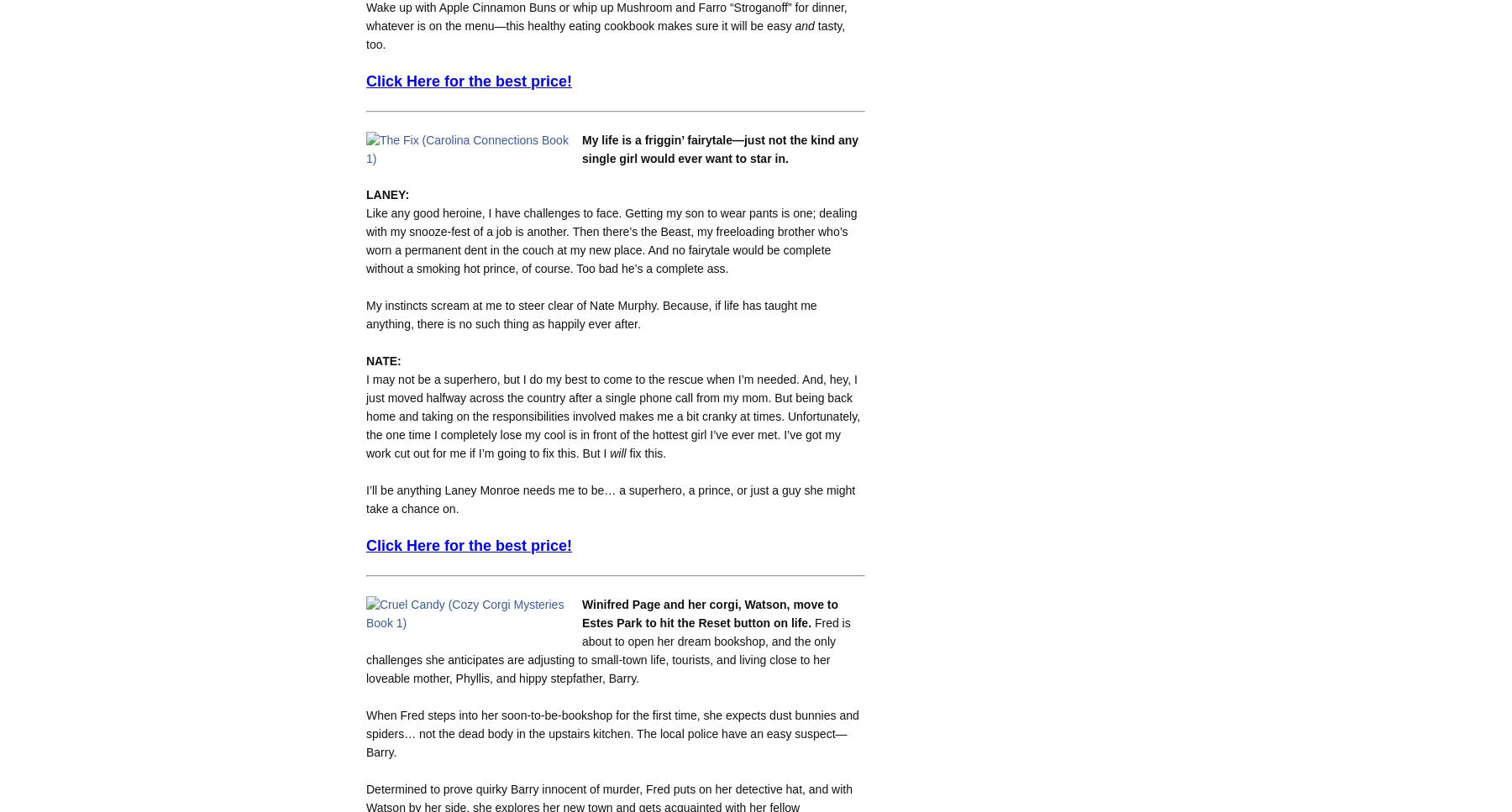 The image size is (1512, 812). What do you see at coordinates (386, 194) in the screenshot?
I see `'LANEY:'` at bounding box center [386, 194].